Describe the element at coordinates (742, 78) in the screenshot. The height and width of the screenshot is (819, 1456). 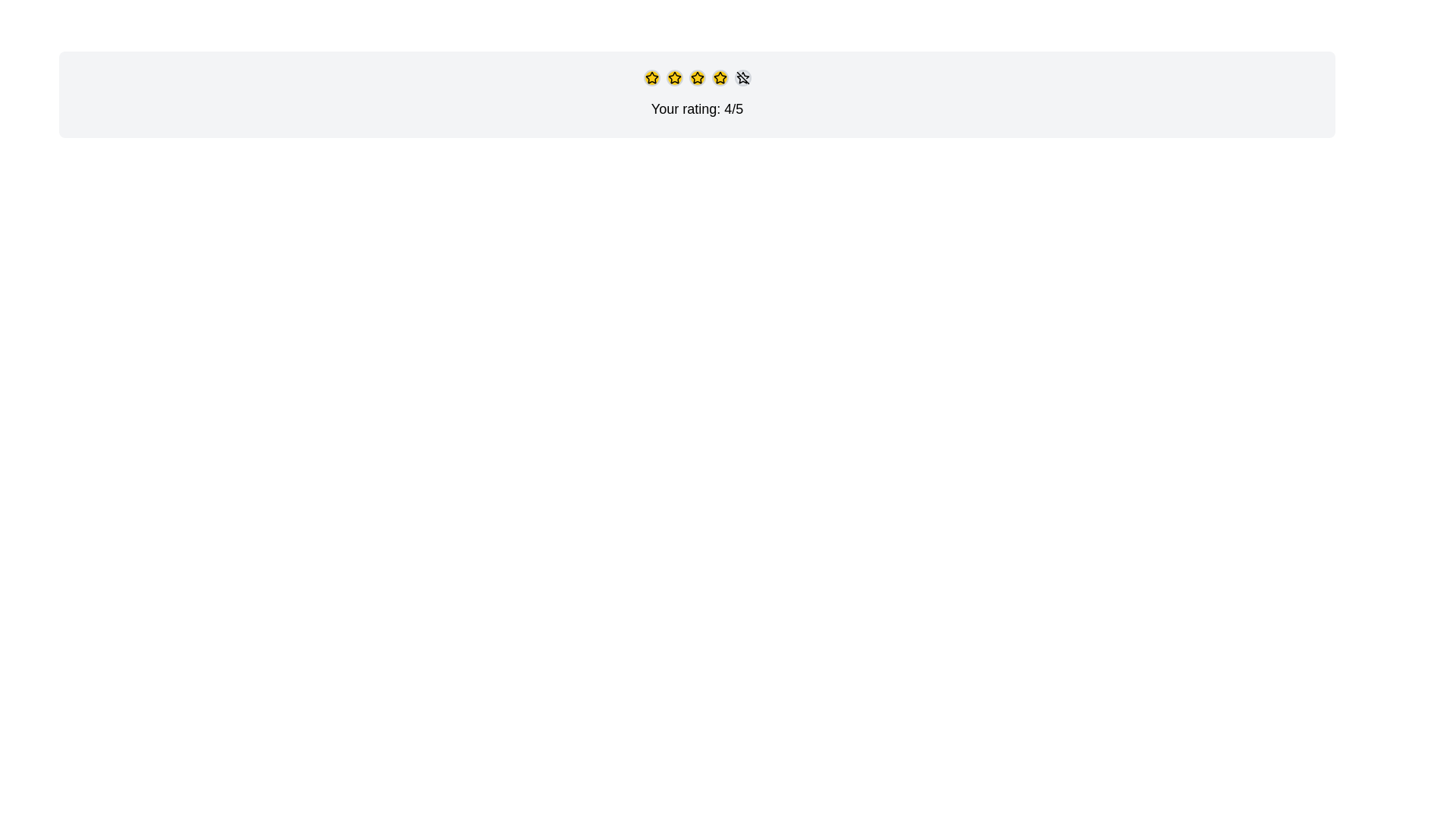
I see `the deactivated rating star icon, represented as a crossed-out star` at that location.